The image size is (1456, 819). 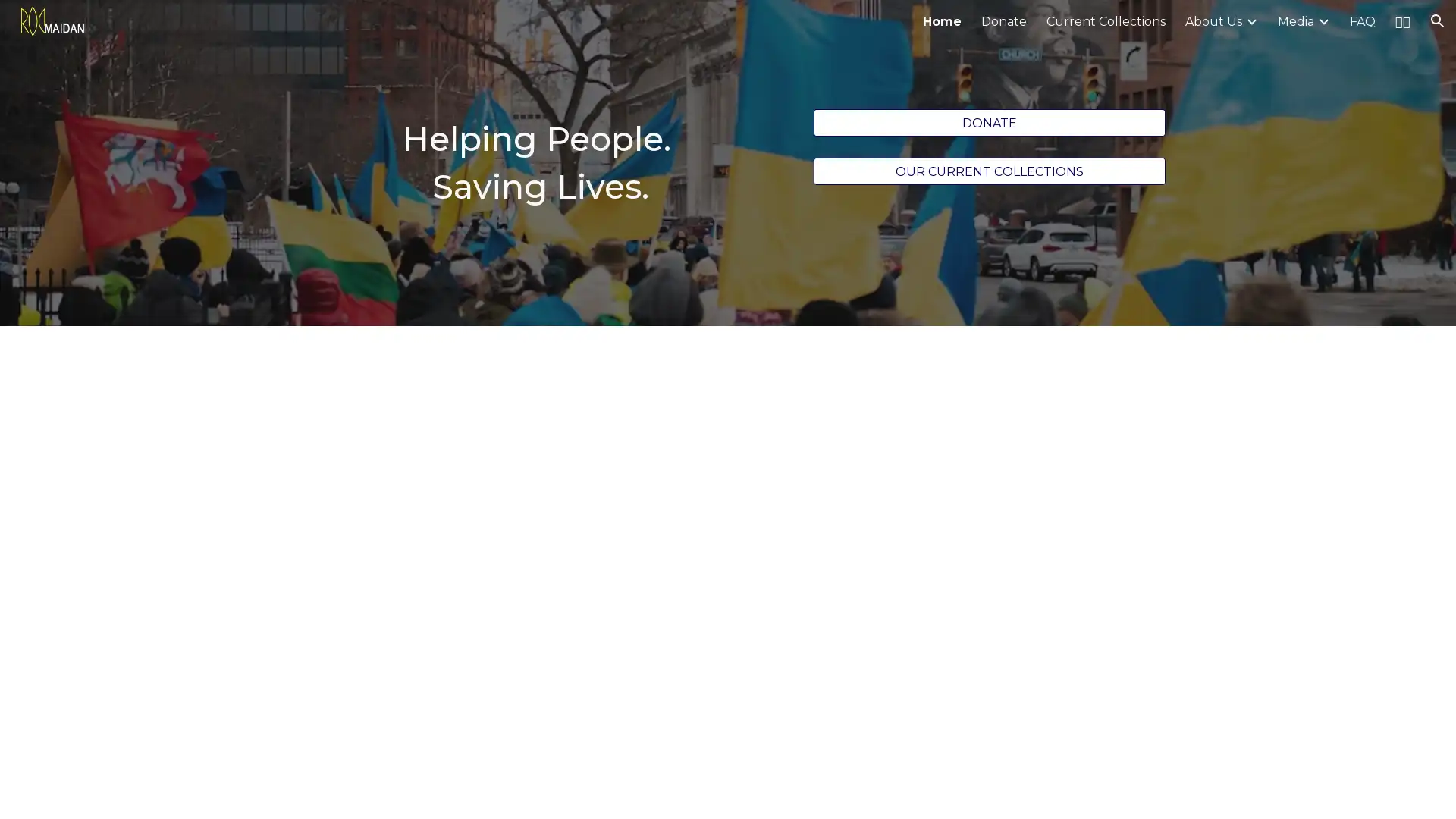 What do you see at coordinates (182, 792) in the screenshot?
I see `Report abuse` at bounding box center [182, 792].